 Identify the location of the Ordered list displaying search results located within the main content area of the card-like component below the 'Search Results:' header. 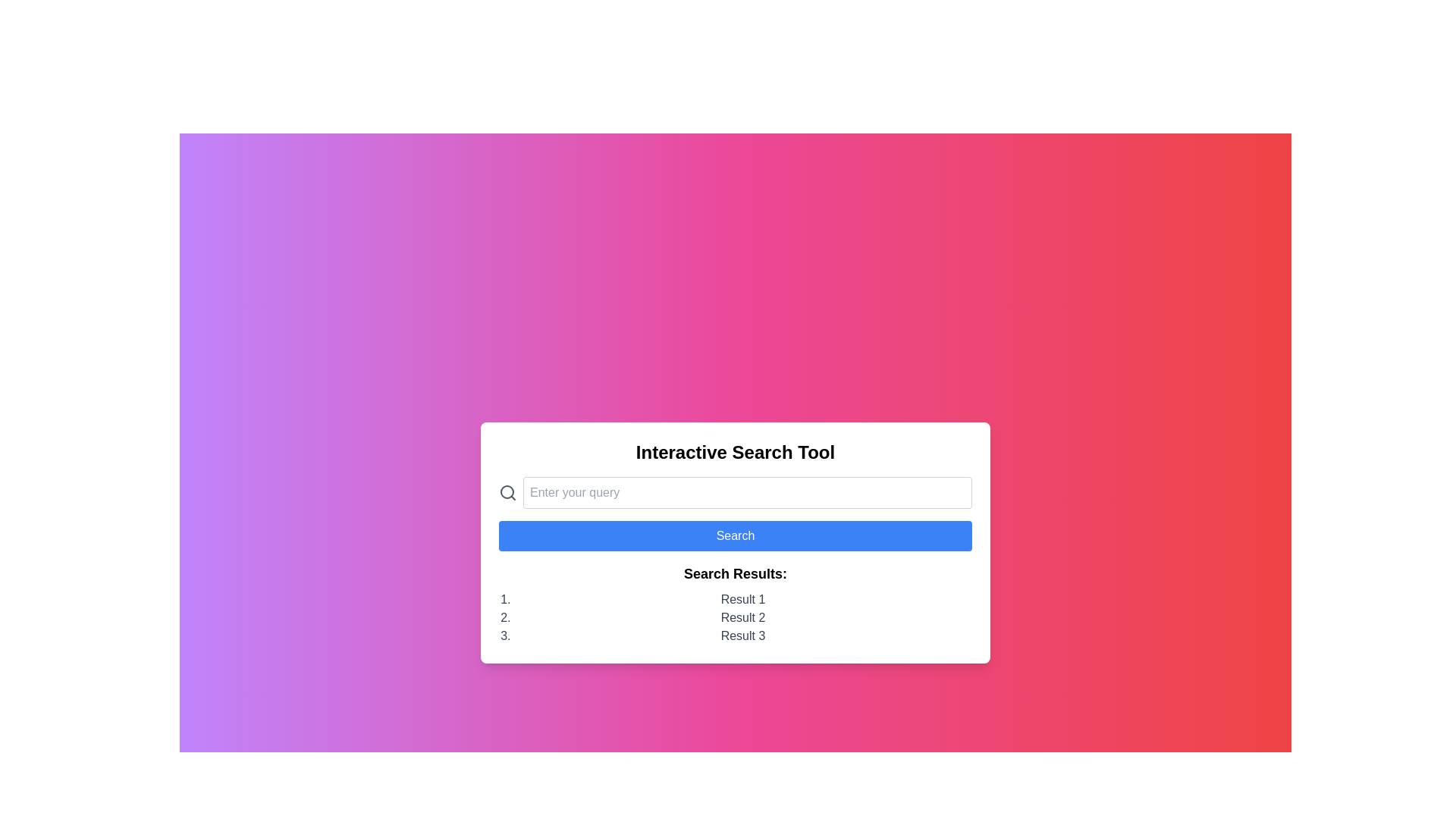
(735, 617).